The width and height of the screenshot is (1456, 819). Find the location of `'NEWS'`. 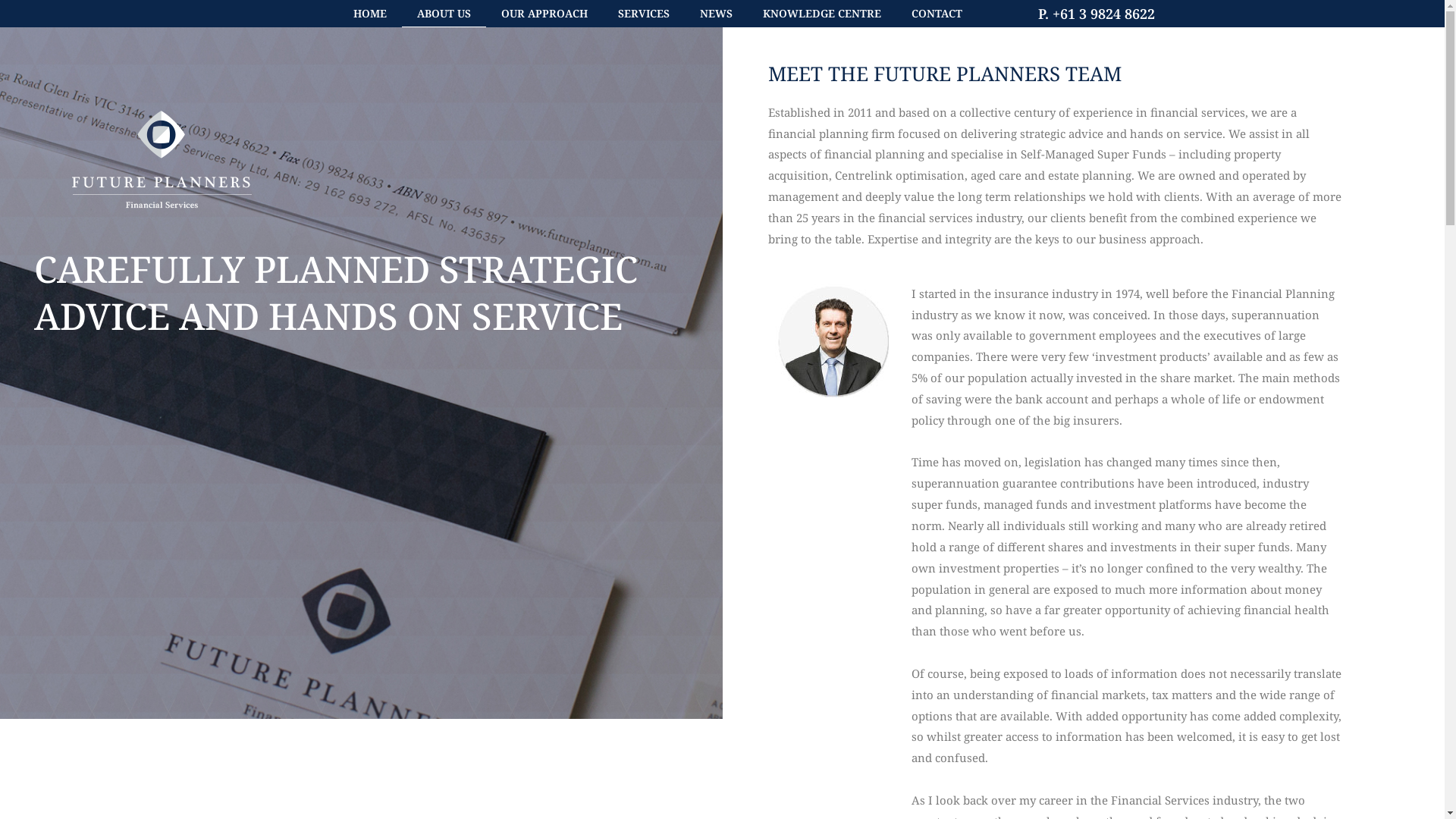

'NEWS' is located at coordinates (714, 14).